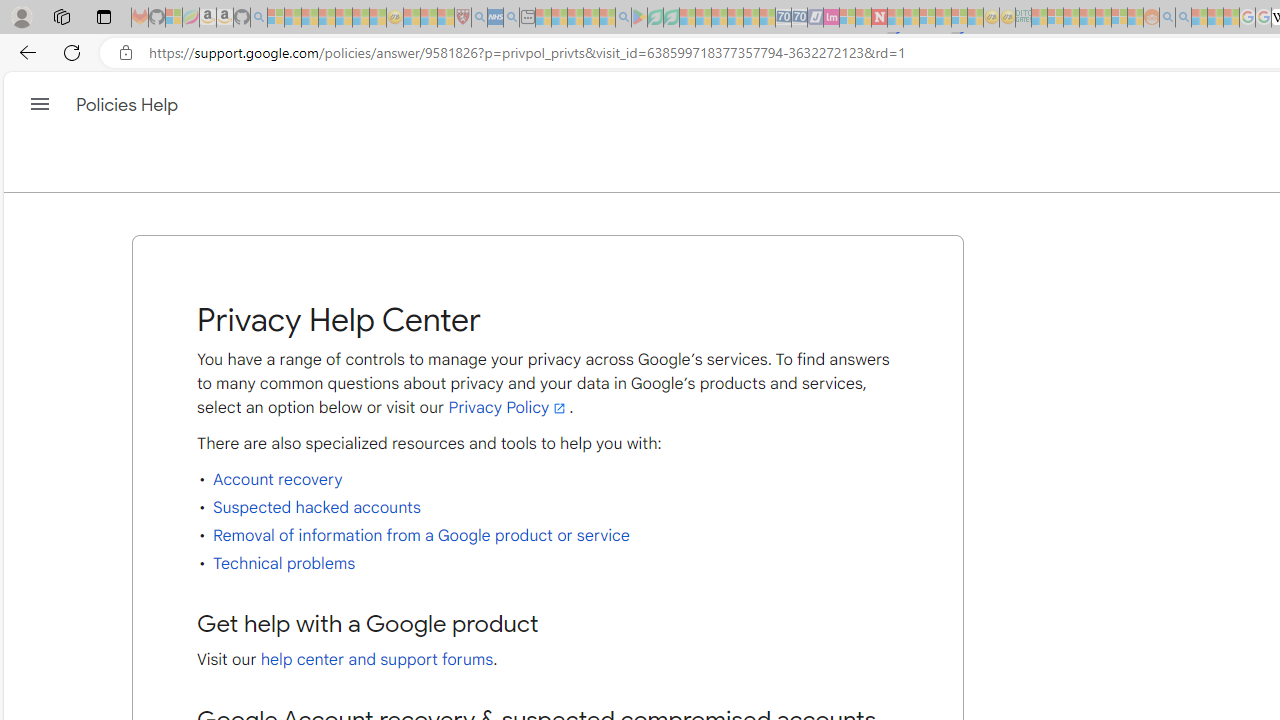 The height and width of the screenshot is (720, 1280). Describe the element at coordinates (315, 506) in the screenshot. I see `'Suspected hacked accounts'` at that location.